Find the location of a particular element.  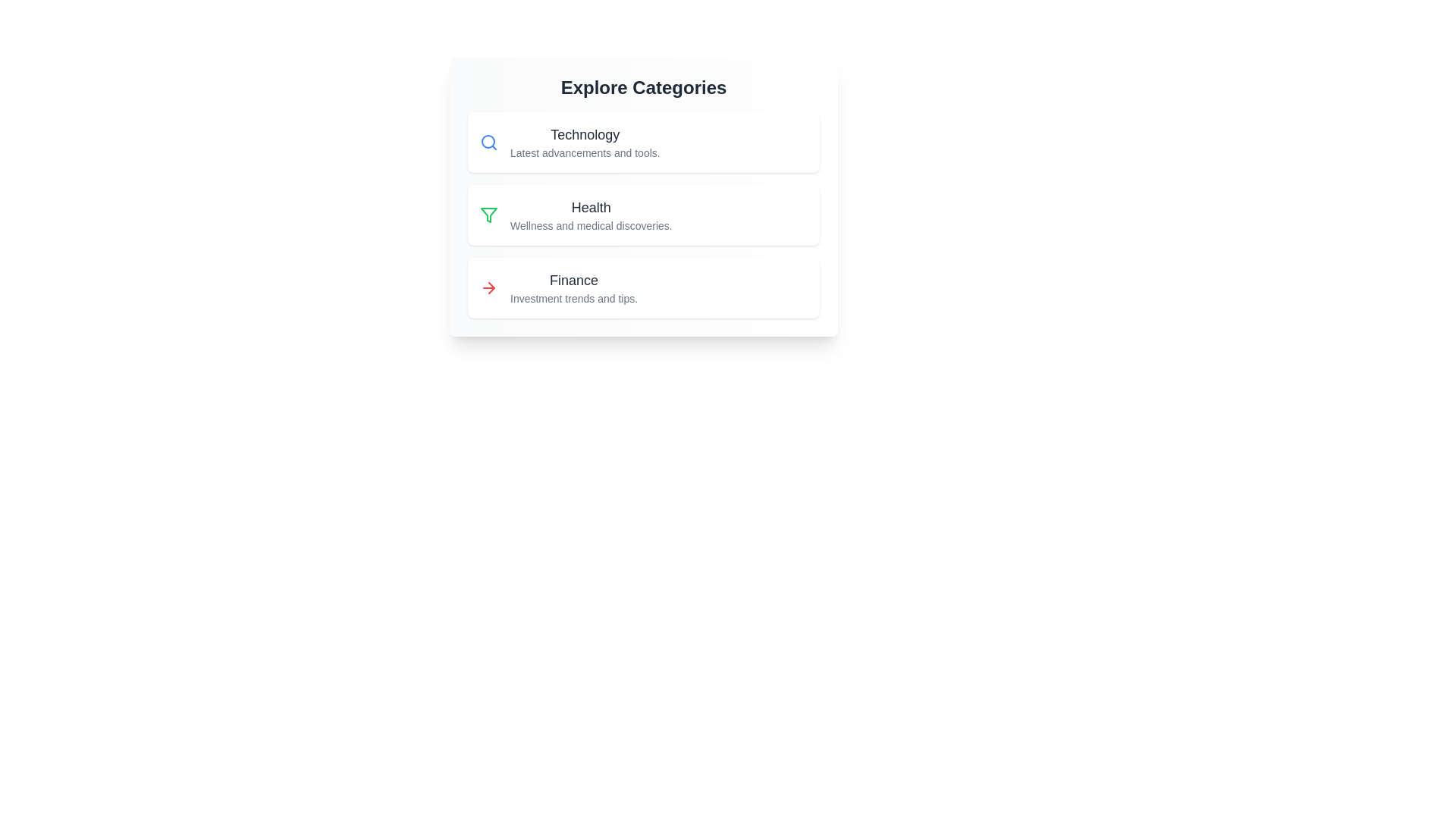

the icon associated with the category Finance is located at coordinates (488, 288).